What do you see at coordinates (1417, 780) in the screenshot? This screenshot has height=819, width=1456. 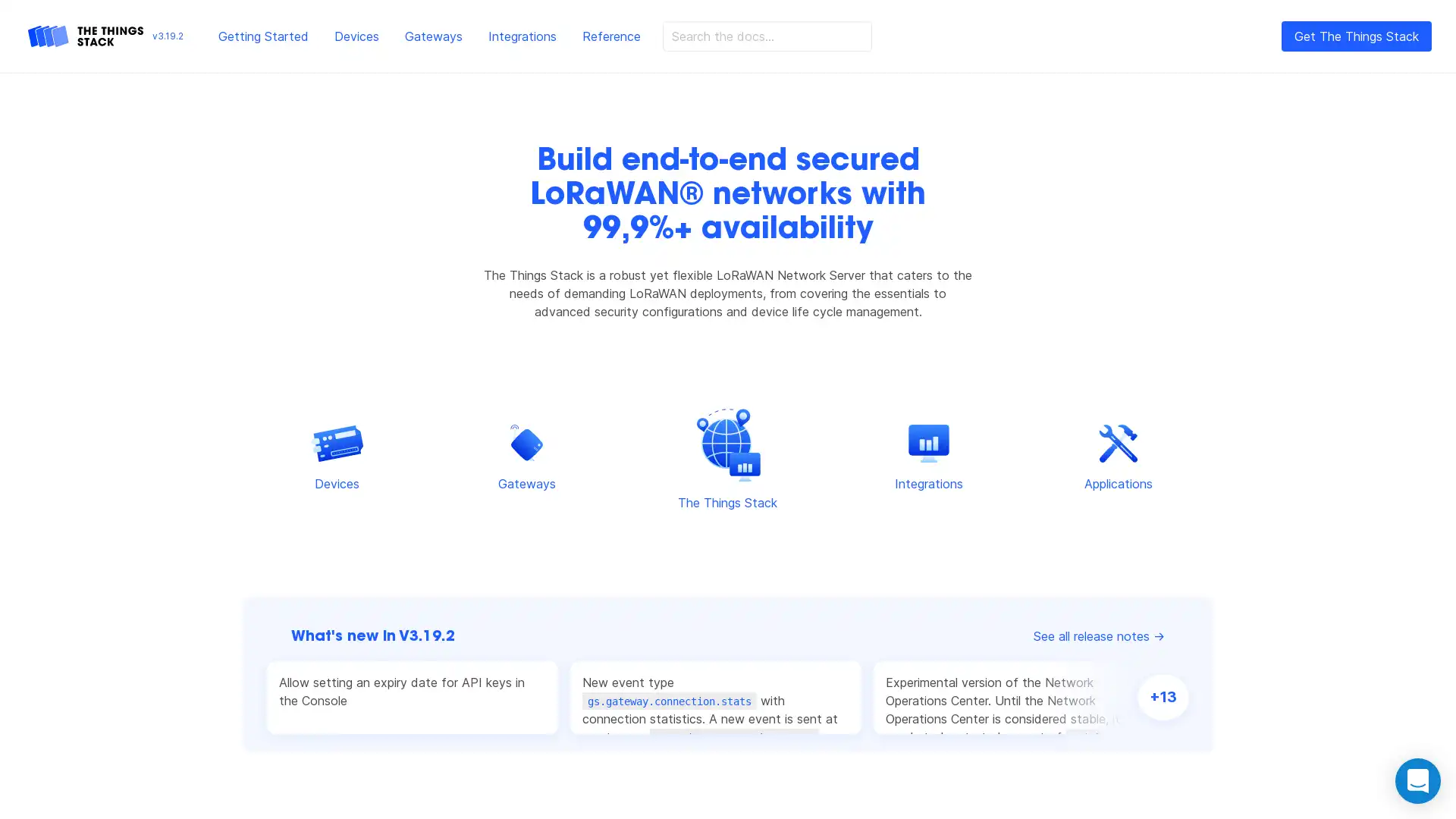 I see `Open Intercom Messenger` at bounding box center [1417, 780].